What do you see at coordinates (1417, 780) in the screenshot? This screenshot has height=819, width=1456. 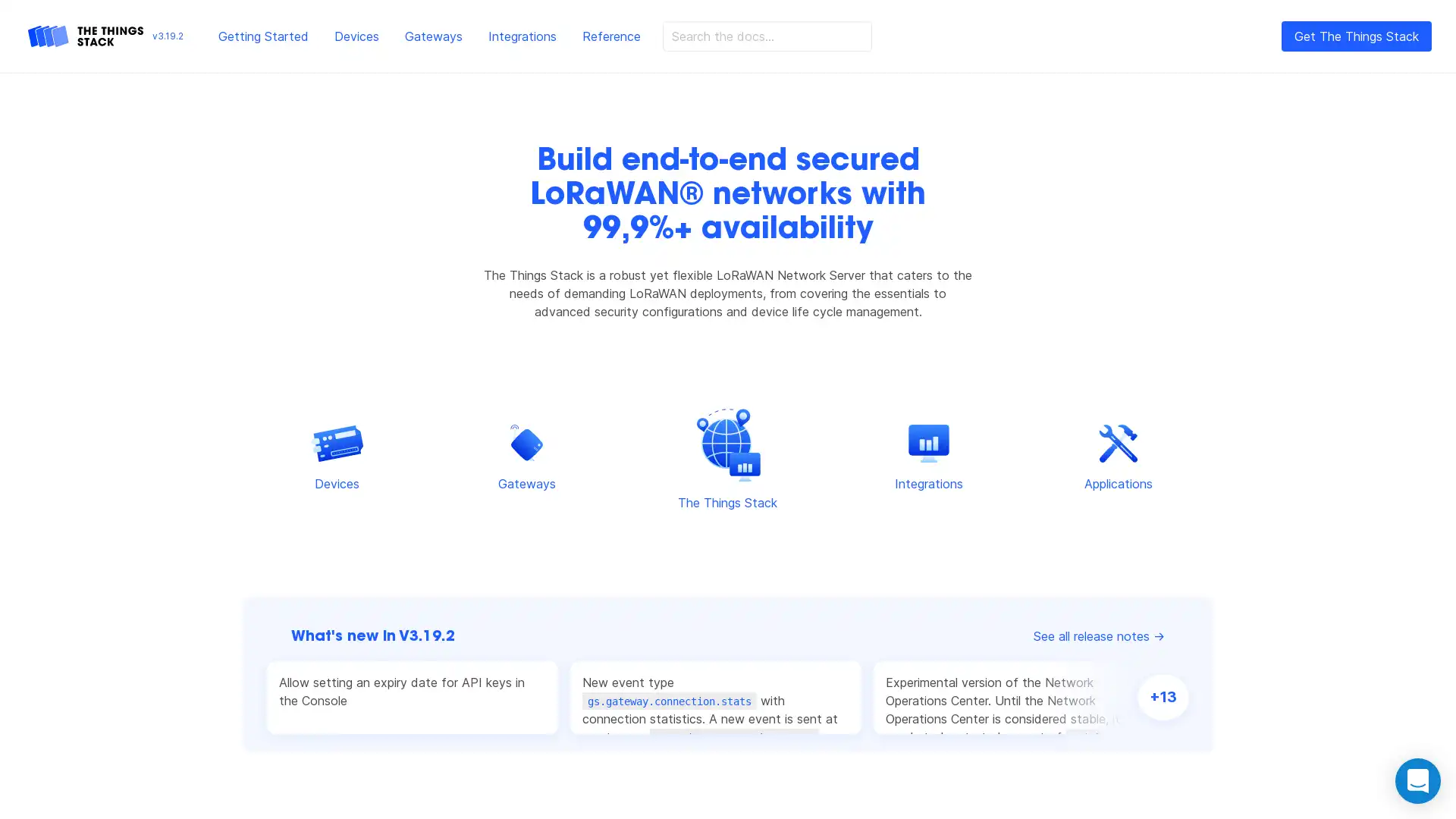 I see `Open Intercom Messenger` at bounding box center [1417, 780].